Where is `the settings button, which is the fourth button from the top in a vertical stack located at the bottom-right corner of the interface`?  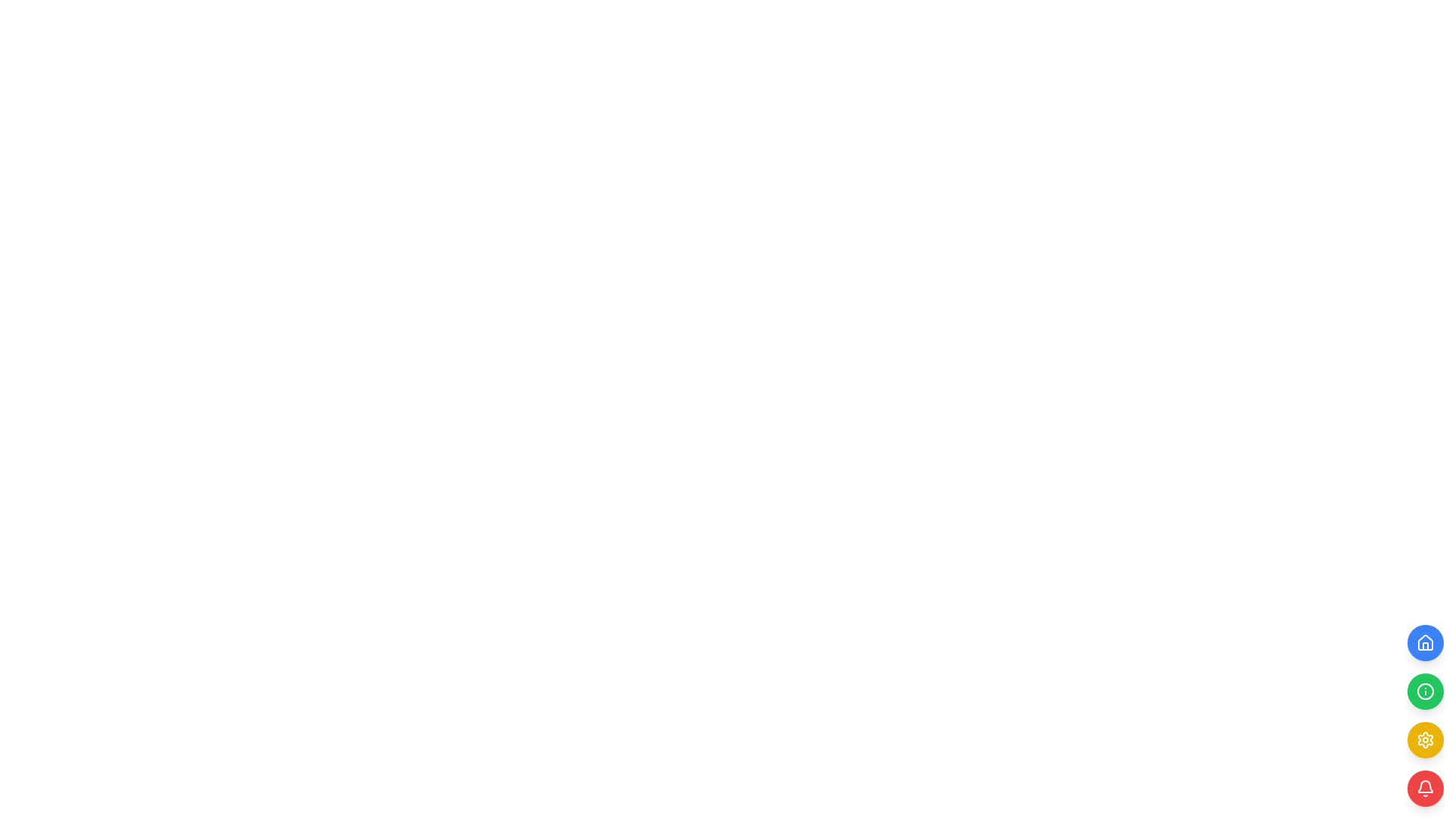 the settings button, which is the fourth button from the top in a vertical stack located at the bottom-right corner of the interface is located at coordinates (1425, 739).